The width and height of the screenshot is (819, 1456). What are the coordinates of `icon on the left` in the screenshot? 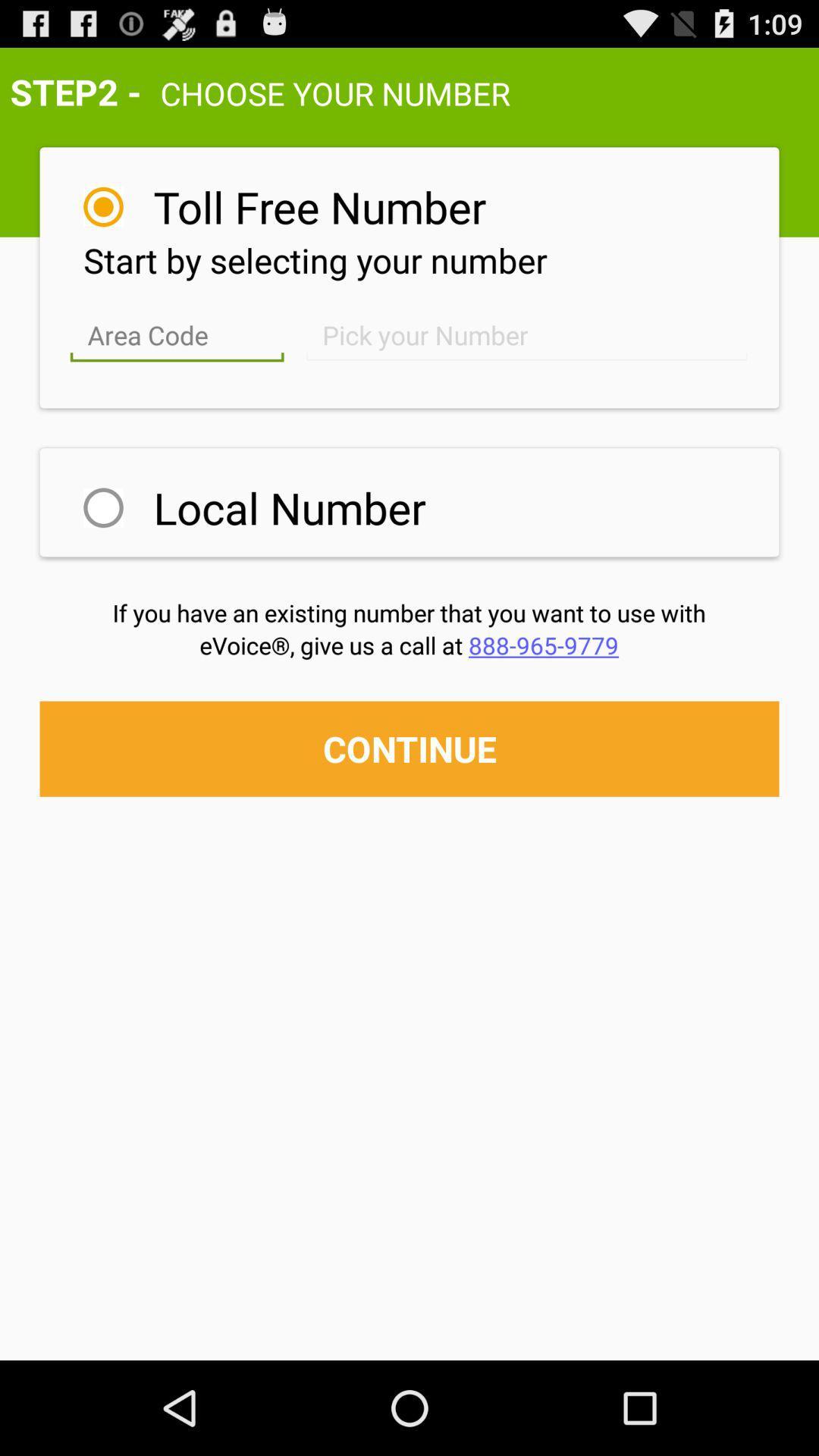 It's located at (102, 507).